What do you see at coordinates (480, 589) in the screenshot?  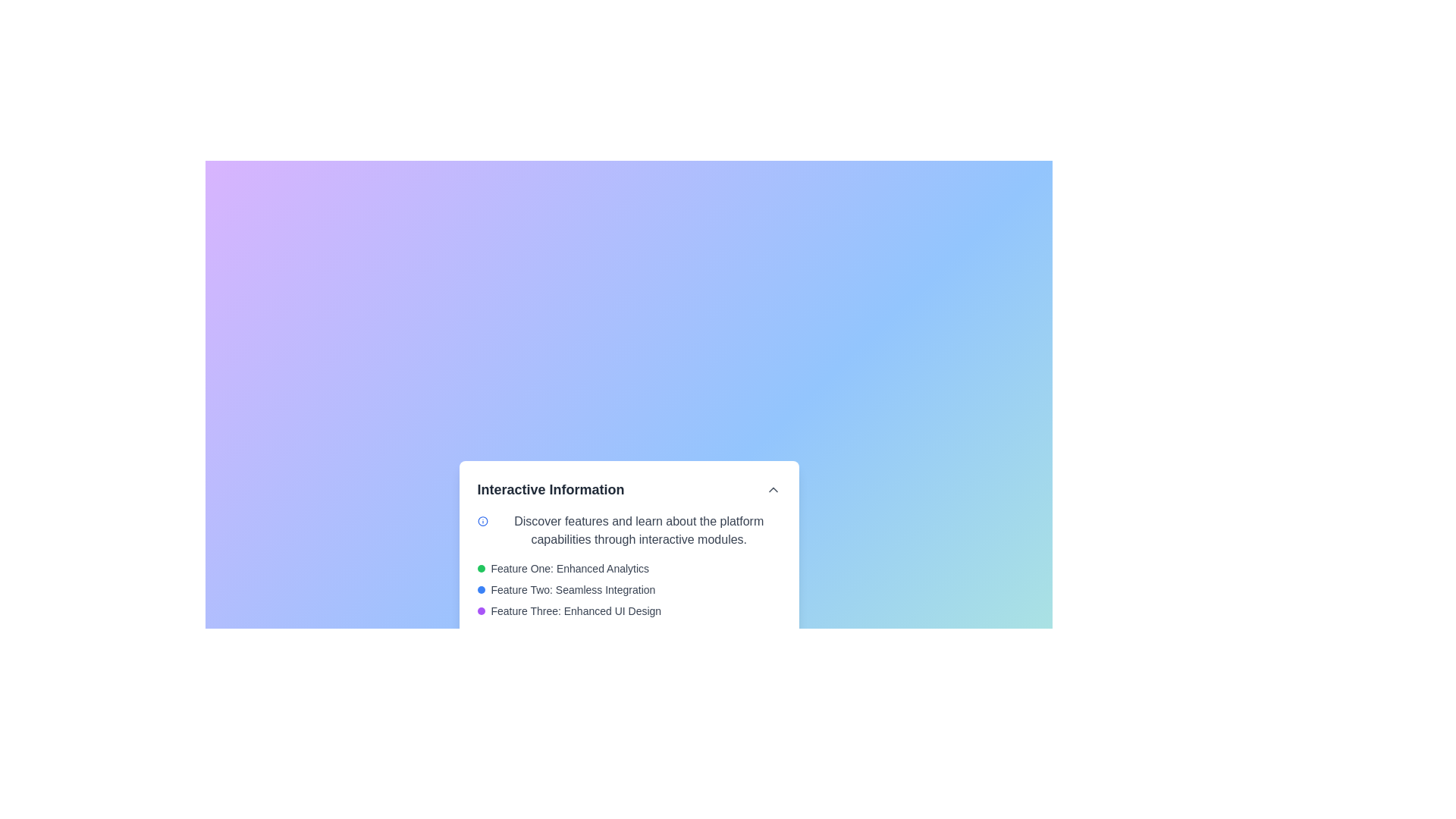 I see `the bullet point indicator for the list item labeled 'Feature Two: Seamless Integration.'` at bounding box center [480, 589].